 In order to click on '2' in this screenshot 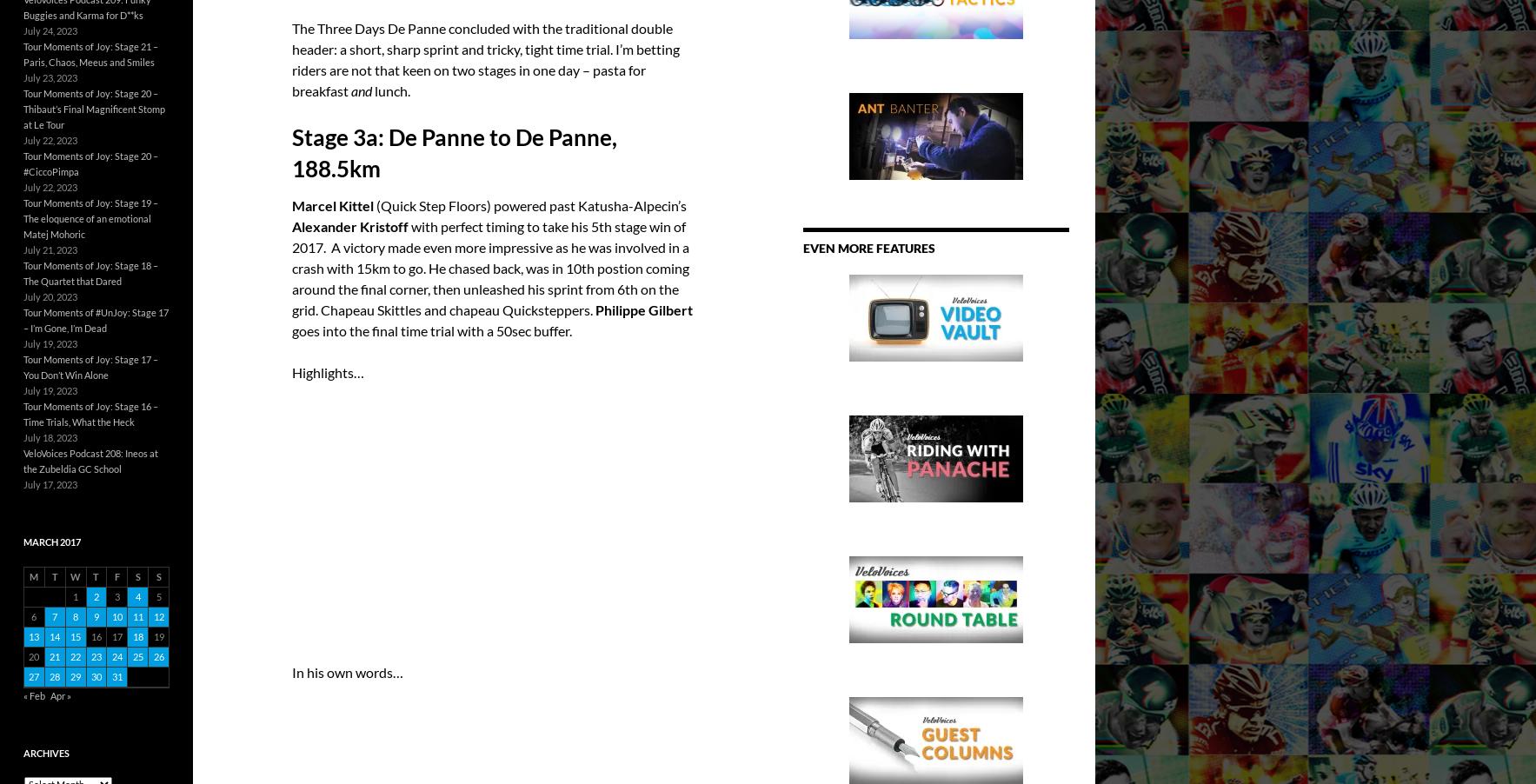, I will do `click(95, 595)`.